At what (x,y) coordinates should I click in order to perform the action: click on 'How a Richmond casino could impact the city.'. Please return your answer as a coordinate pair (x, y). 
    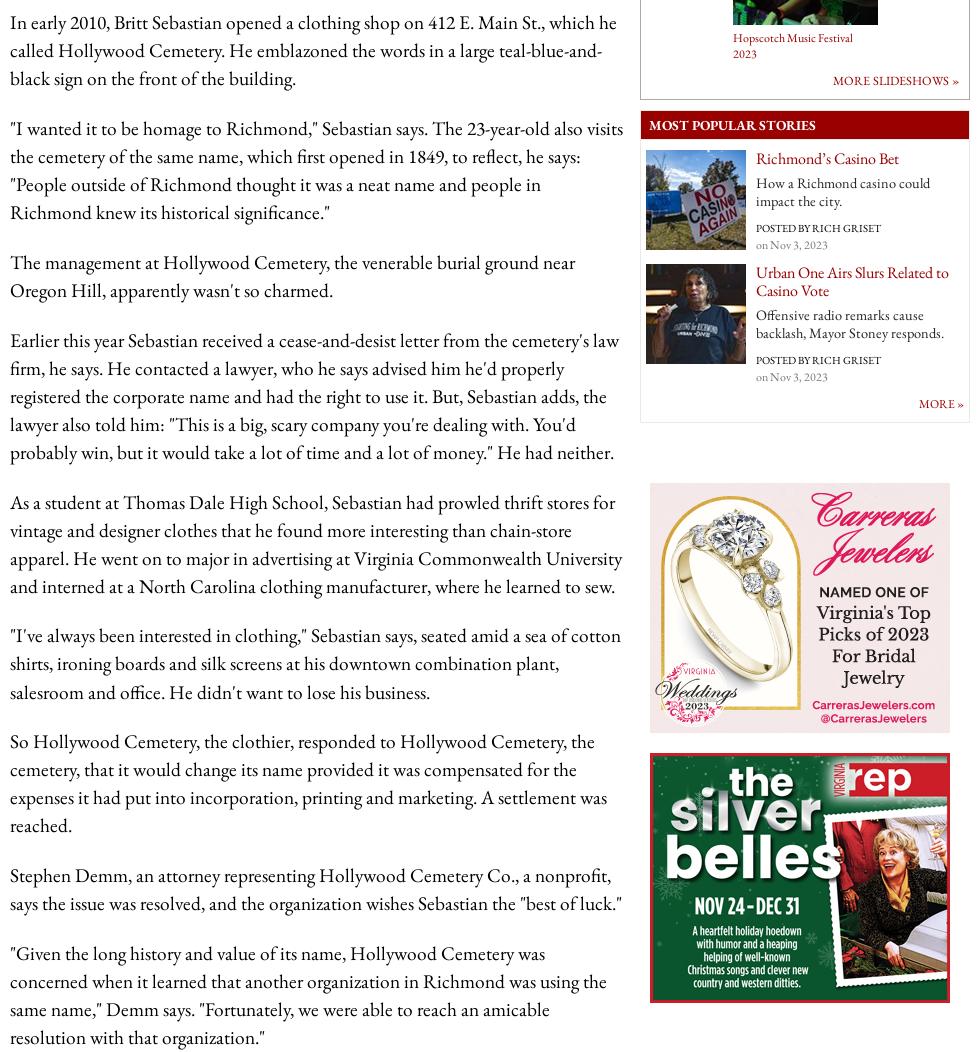
    Looking at the image, I should click on (842, 190).